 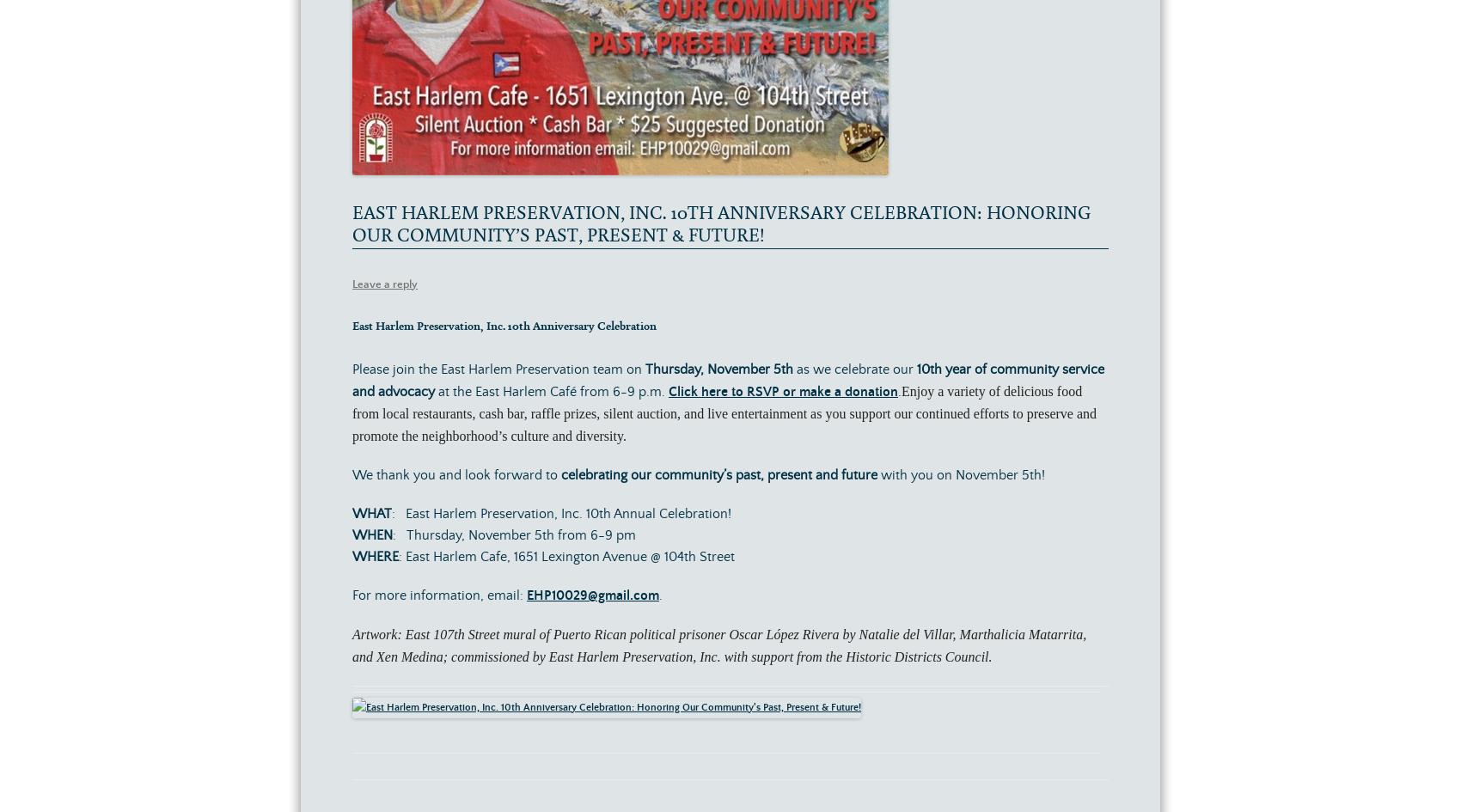 What do you see at coordinates (439, 595) in the screenshot?
I see `'For more information, email:'` at bounding box center [439, 595].